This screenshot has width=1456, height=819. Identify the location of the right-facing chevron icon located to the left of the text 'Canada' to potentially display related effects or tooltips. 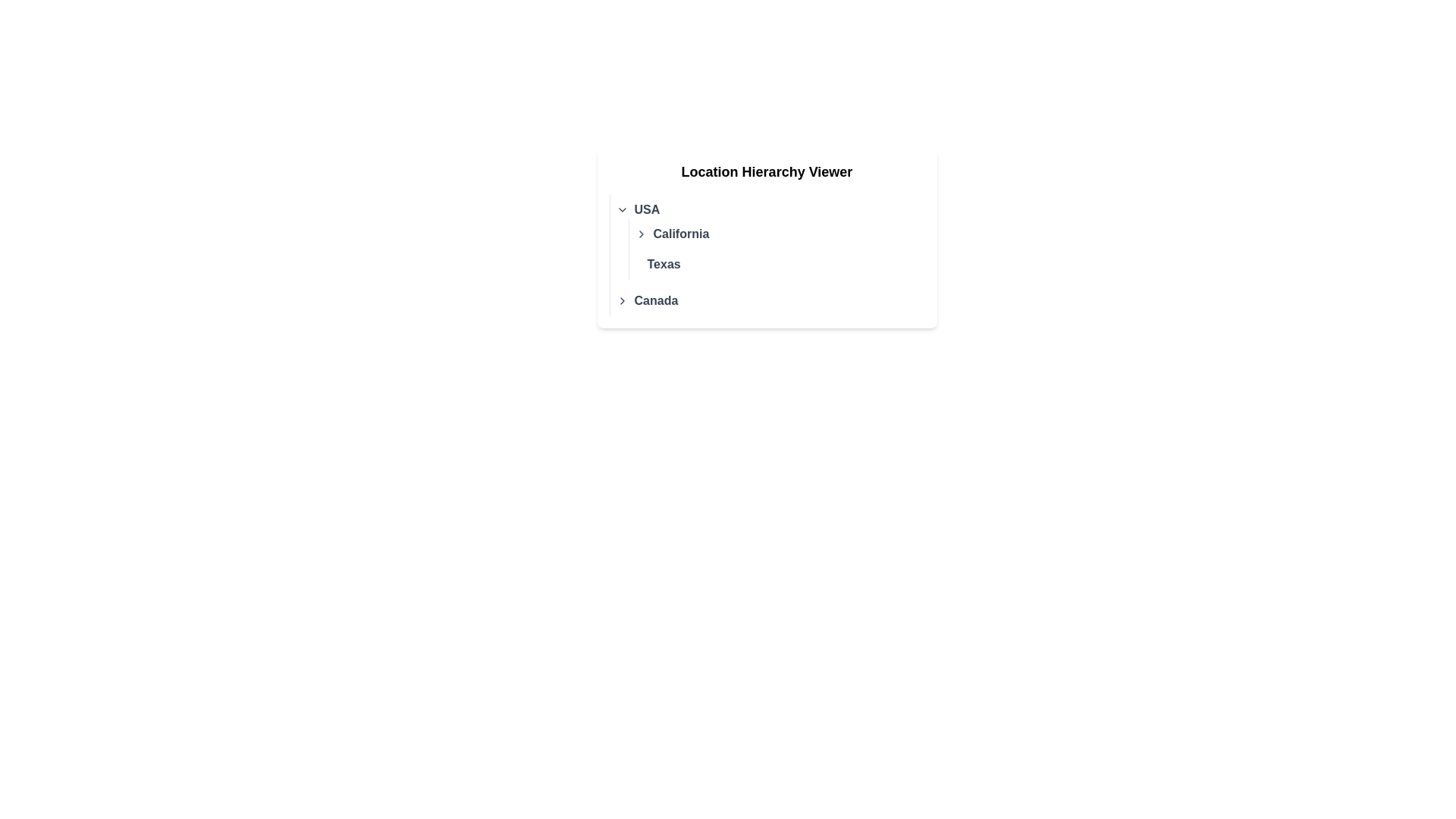
(622, 301).